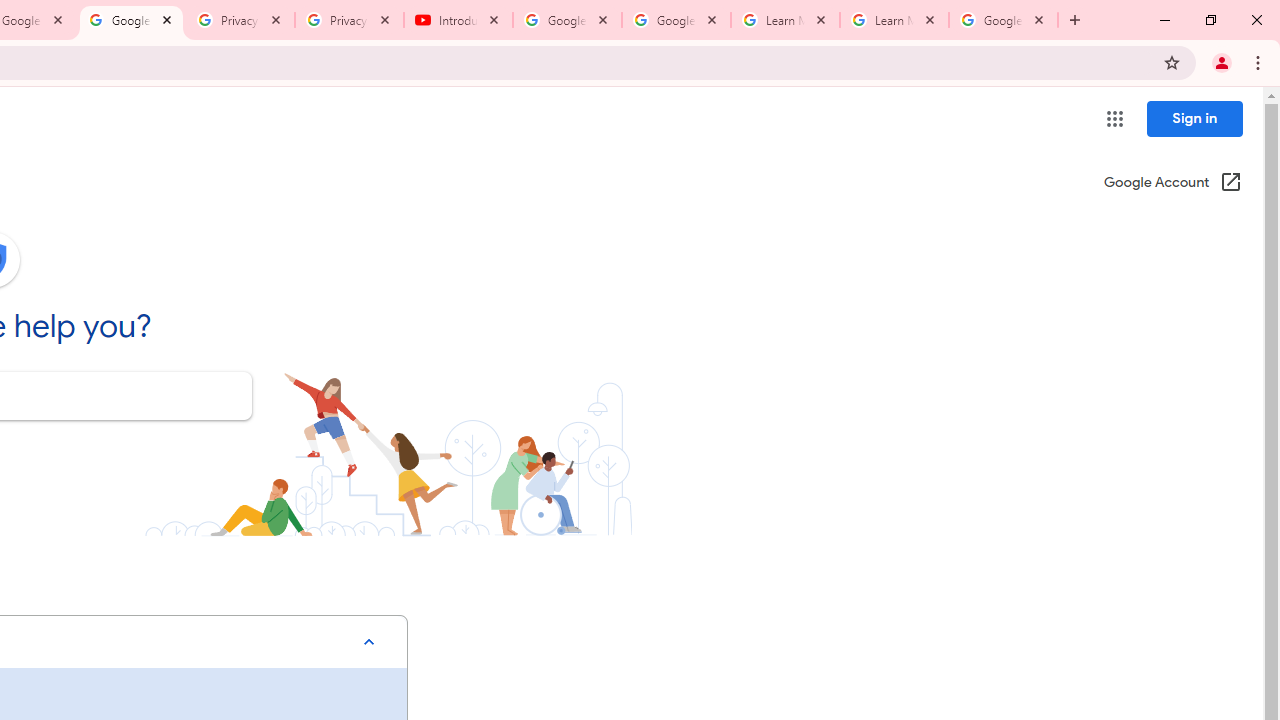 The width and height of the screenshot is (1280, 720). What do you see at coordinates (1173, 183) in the screenshot?
I see `'Google Account (Open in a new window)'` at bounding box center [1173, 183].